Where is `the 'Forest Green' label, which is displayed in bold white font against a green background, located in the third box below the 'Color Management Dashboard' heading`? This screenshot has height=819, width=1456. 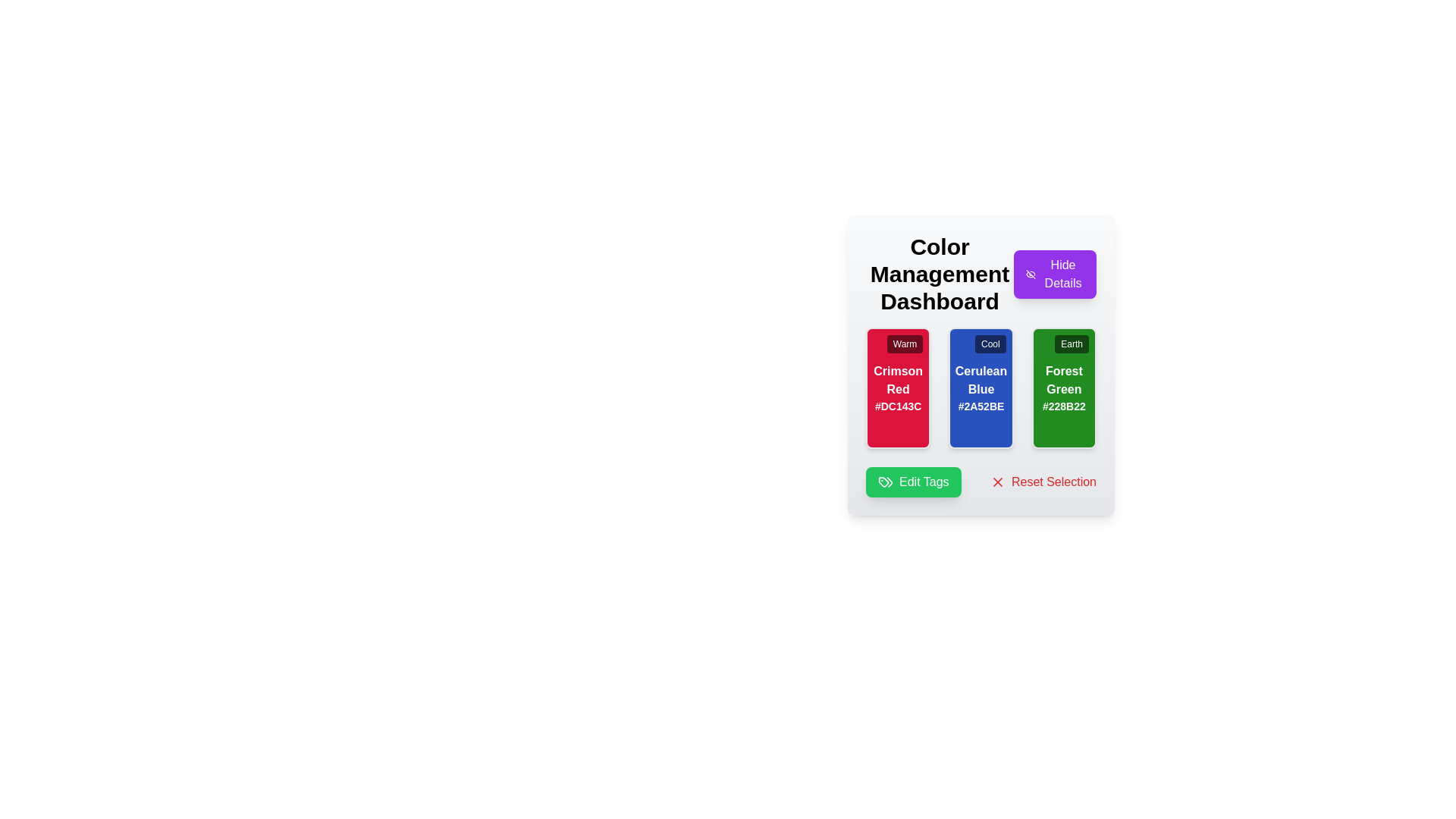 the 'Forest Green' label, which is displayed in bold white font against a green background, located in the third box below the 'Color Management Dashboard' heading is located at coordinates (1063, 379).